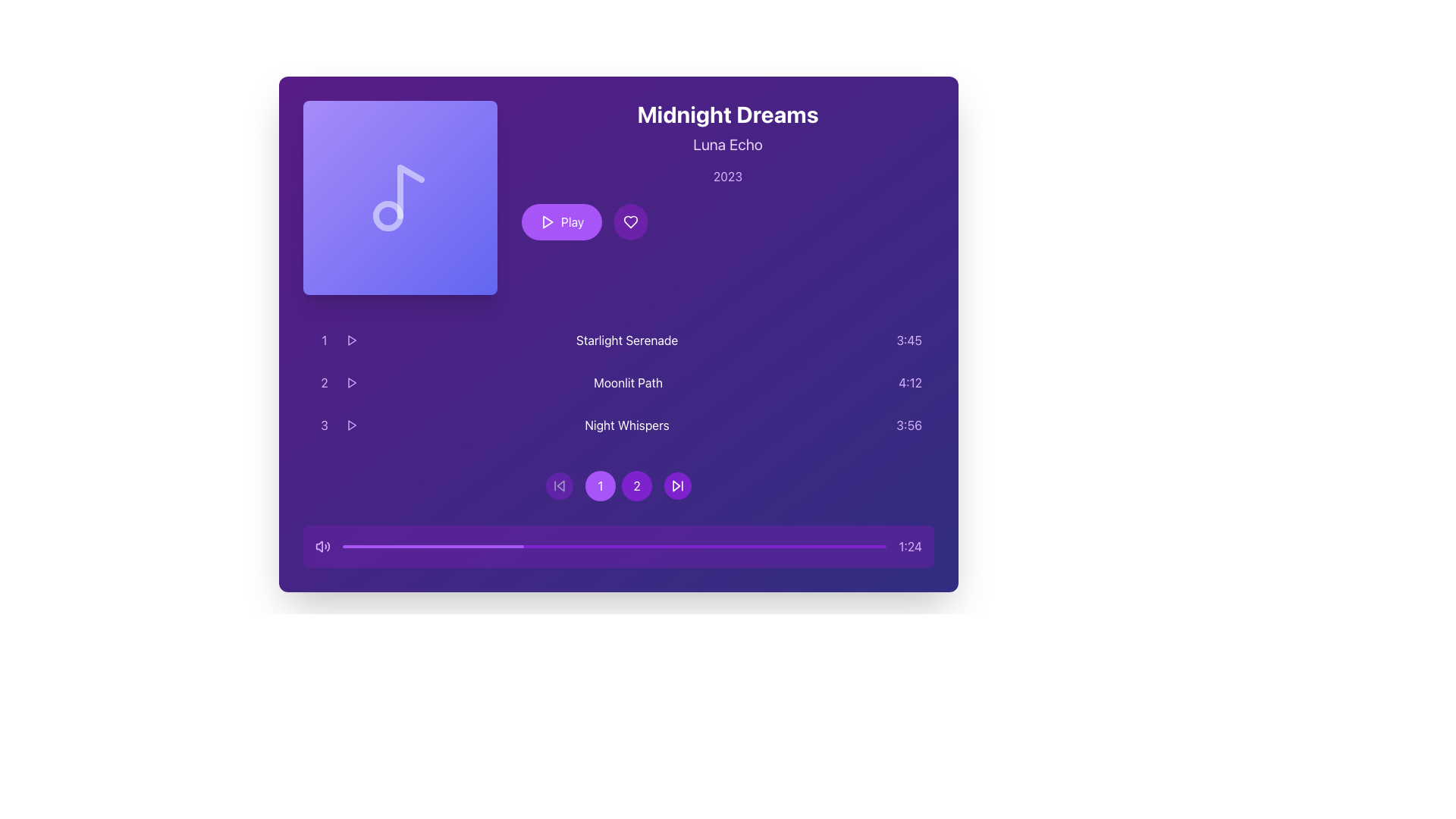 Image resolution: width=1456 pixels, height=819 pixels. What do you see at coordinates (341, 547) in the screenshot?
I see `playback position` at bounding box center [341, 547].